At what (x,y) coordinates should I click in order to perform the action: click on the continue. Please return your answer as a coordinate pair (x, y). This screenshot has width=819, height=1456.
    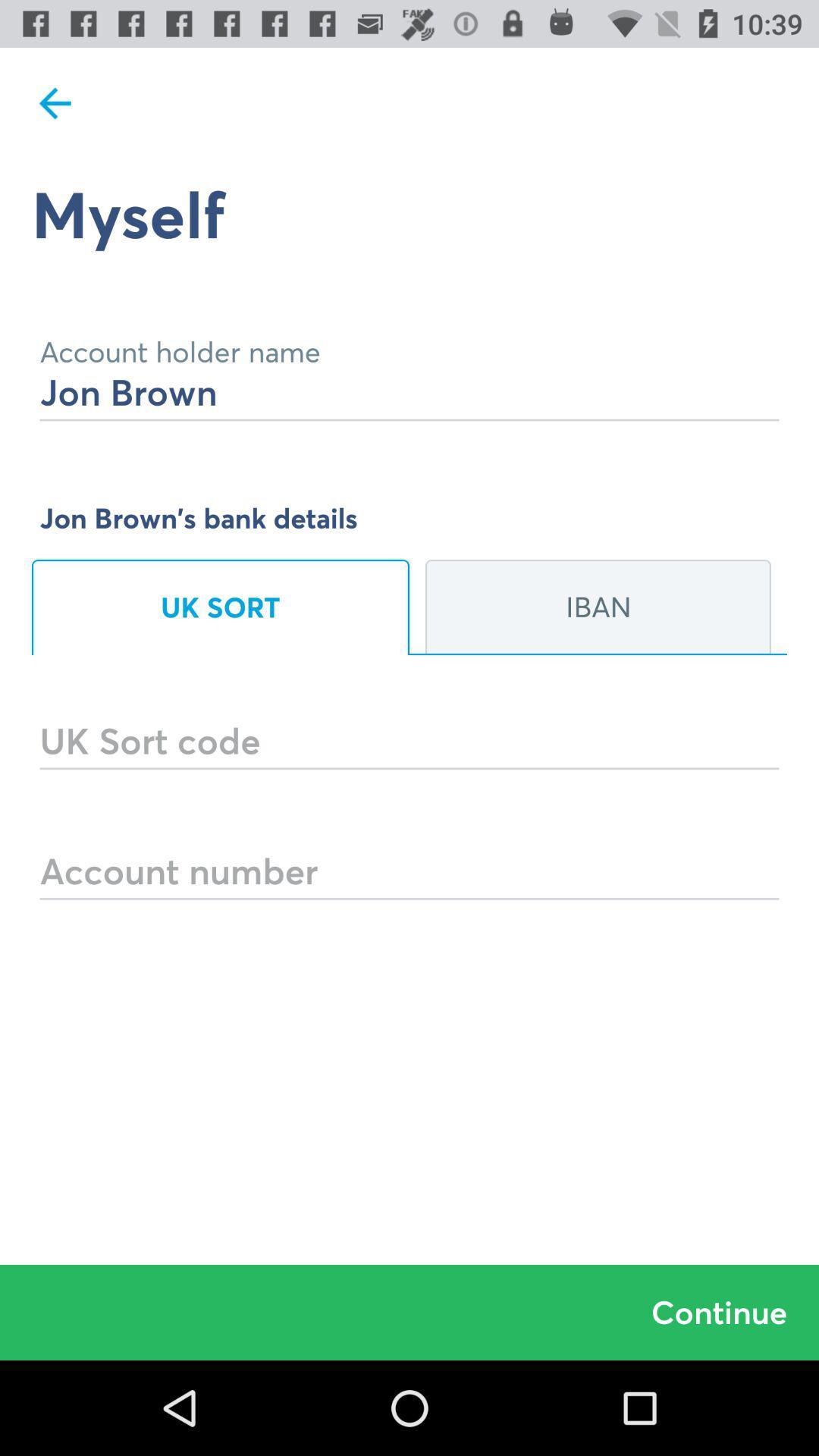
    Looking at the image, I should click on (409, 1312).